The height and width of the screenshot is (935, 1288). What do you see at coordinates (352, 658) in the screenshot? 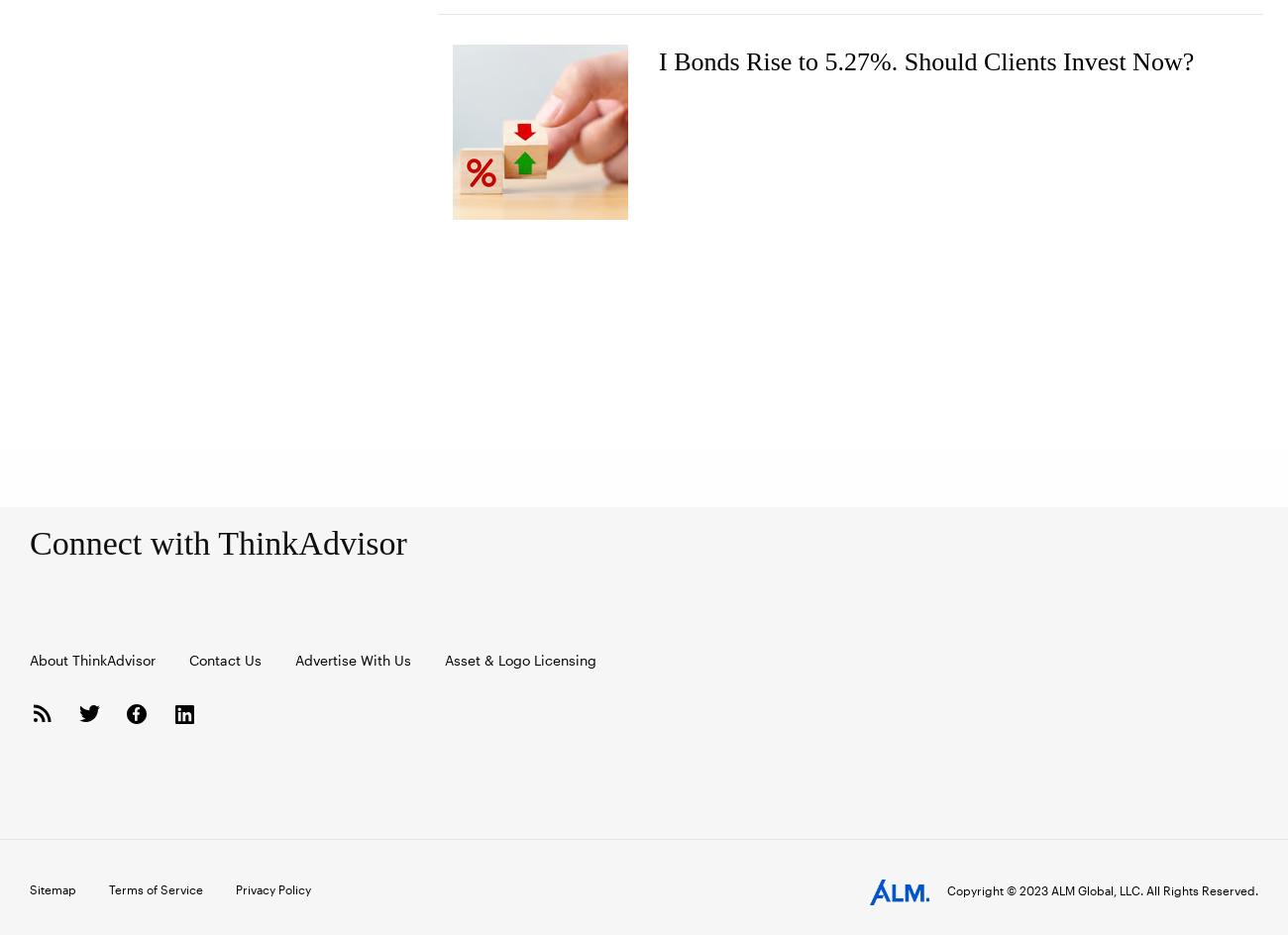
I see `'Advertise With Us'` at bounding box center [352, 658].